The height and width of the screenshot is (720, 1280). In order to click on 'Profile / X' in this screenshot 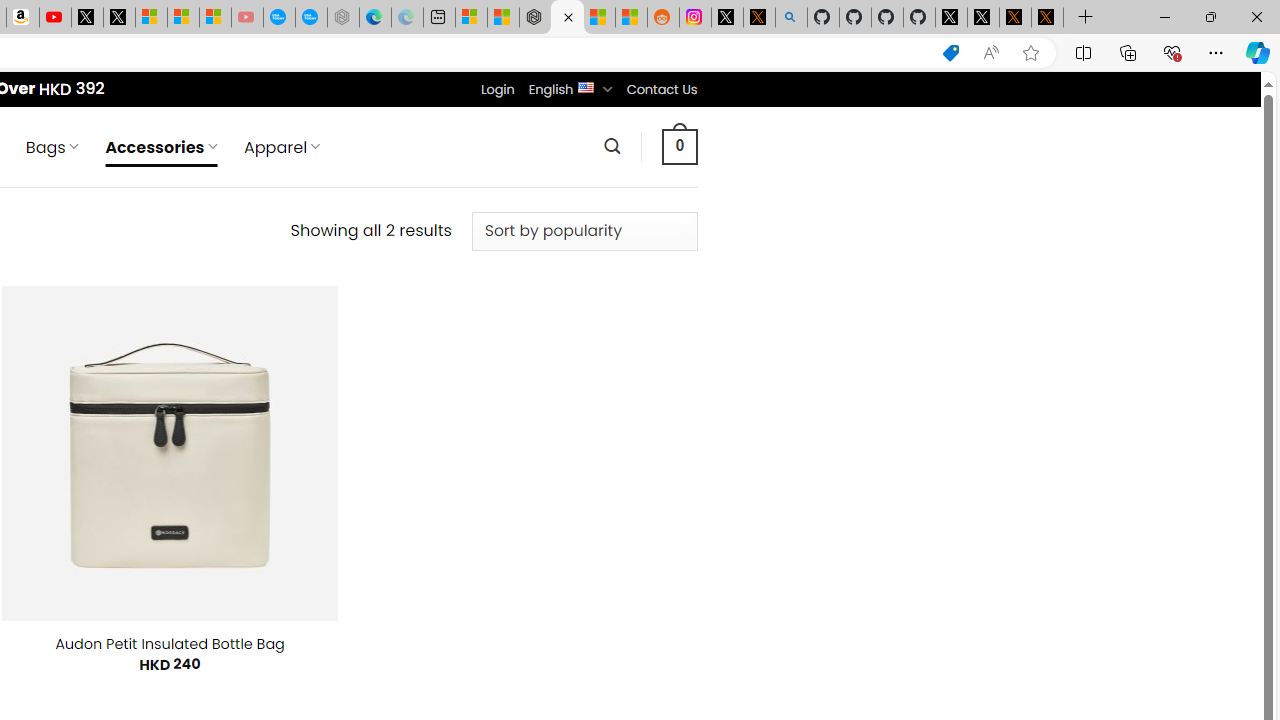, I will do `click(950, 17)`.